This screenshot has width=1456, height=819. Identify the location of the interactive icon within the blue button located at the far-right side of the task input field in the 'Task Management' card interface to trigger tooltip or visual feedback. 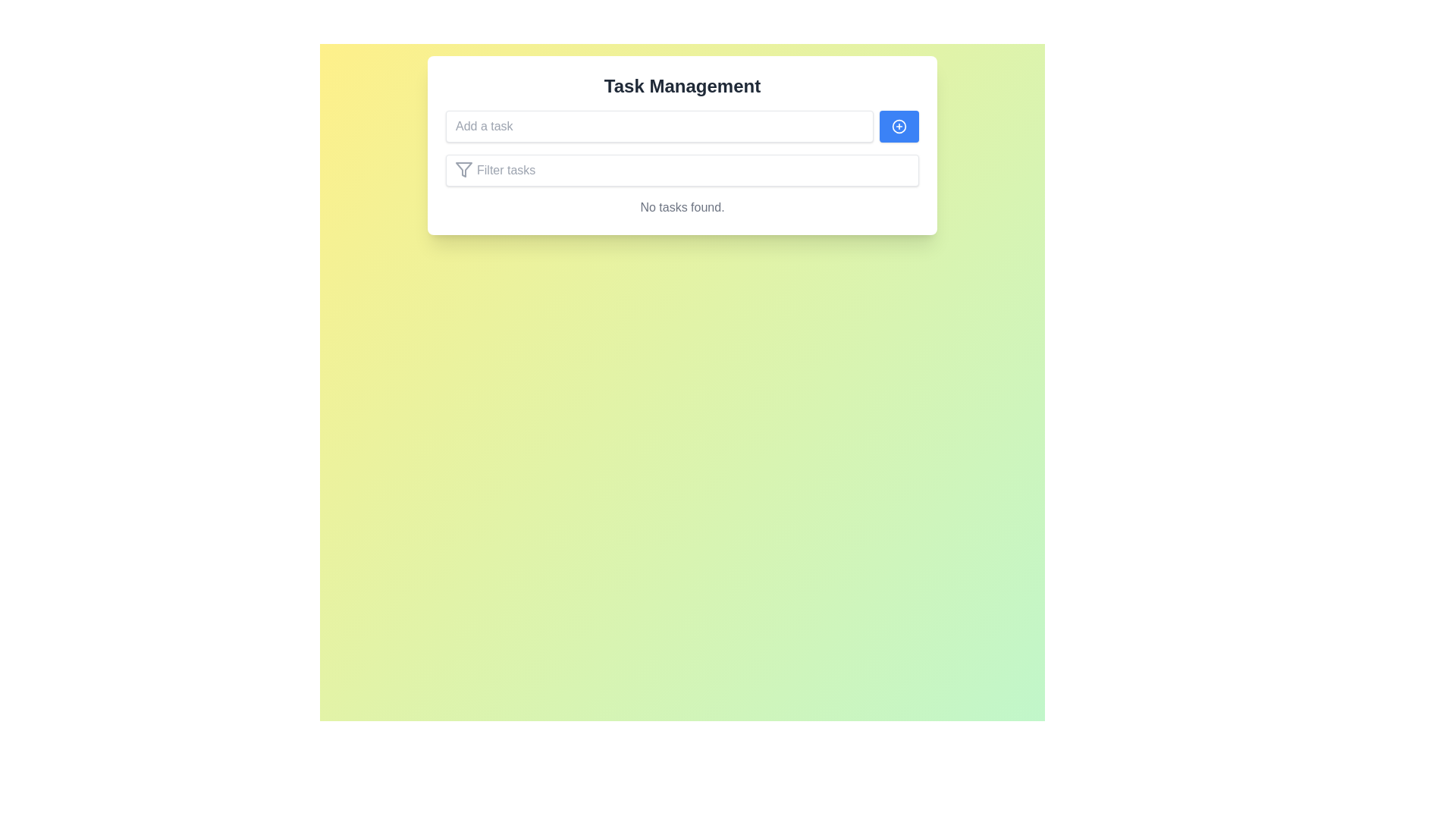
(899, 125).